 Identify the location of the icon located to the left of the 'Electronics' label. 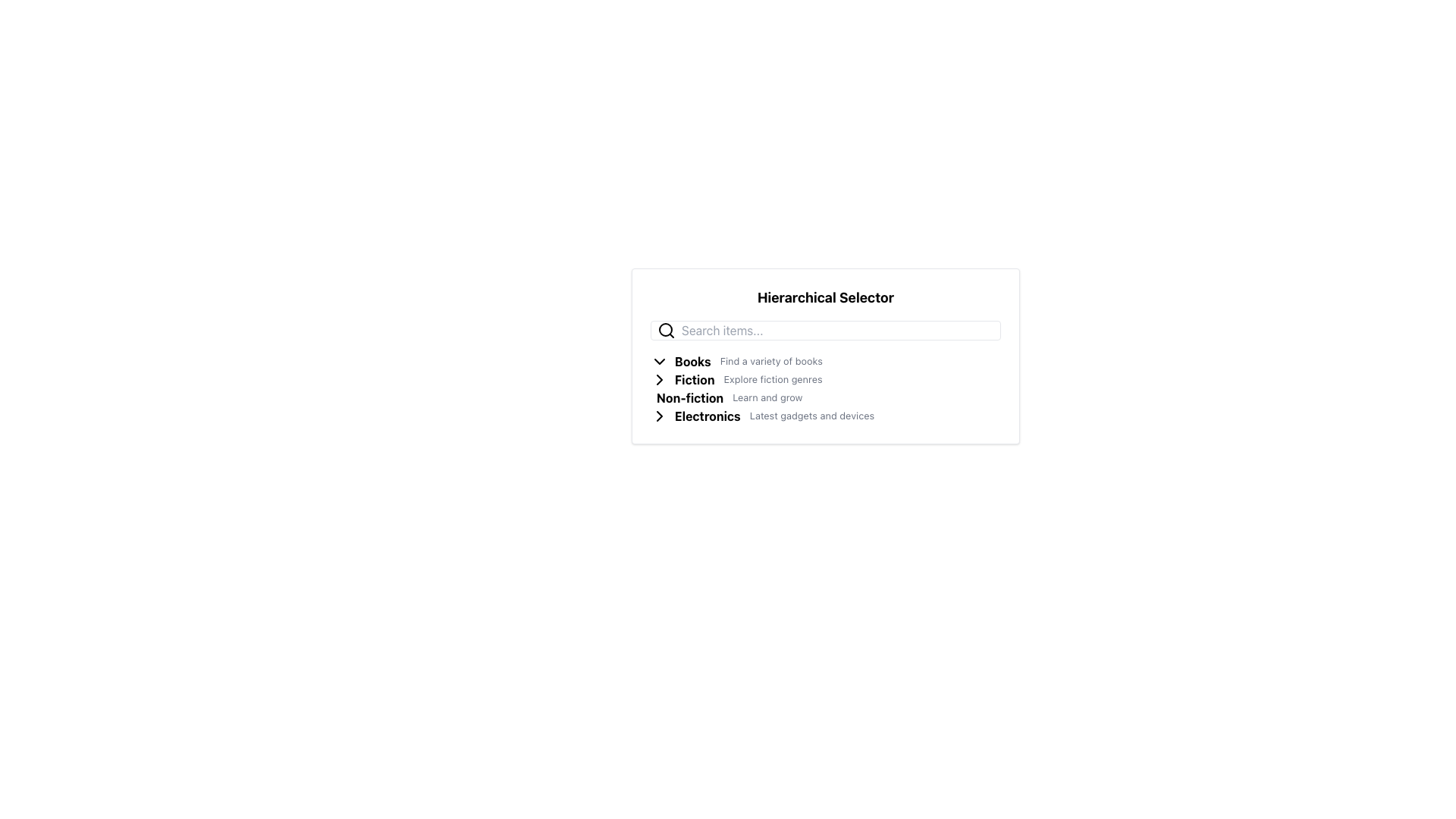
(662, 416).